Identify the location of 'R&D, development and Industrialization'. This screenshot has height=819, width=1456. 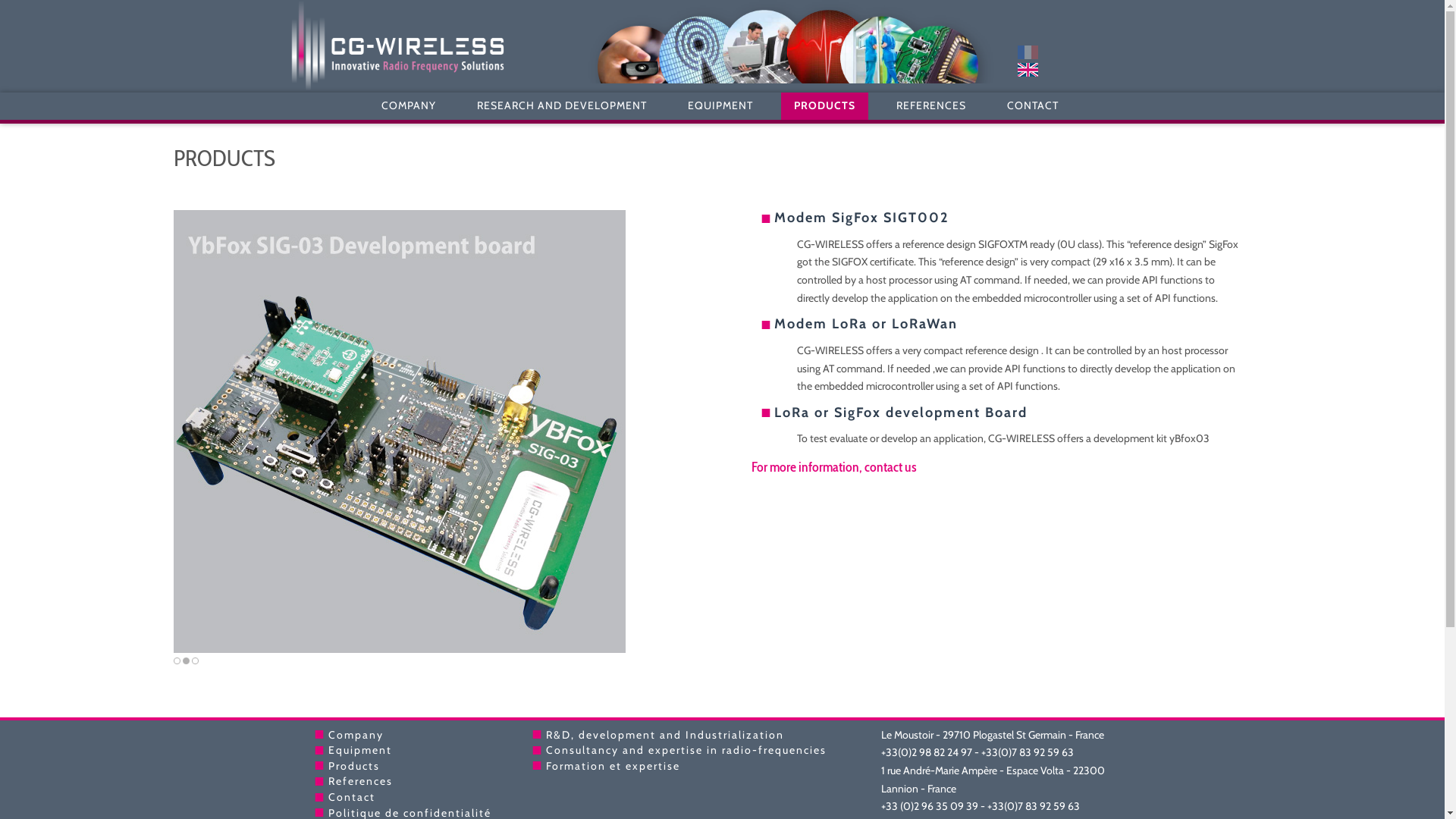
(546, 733).